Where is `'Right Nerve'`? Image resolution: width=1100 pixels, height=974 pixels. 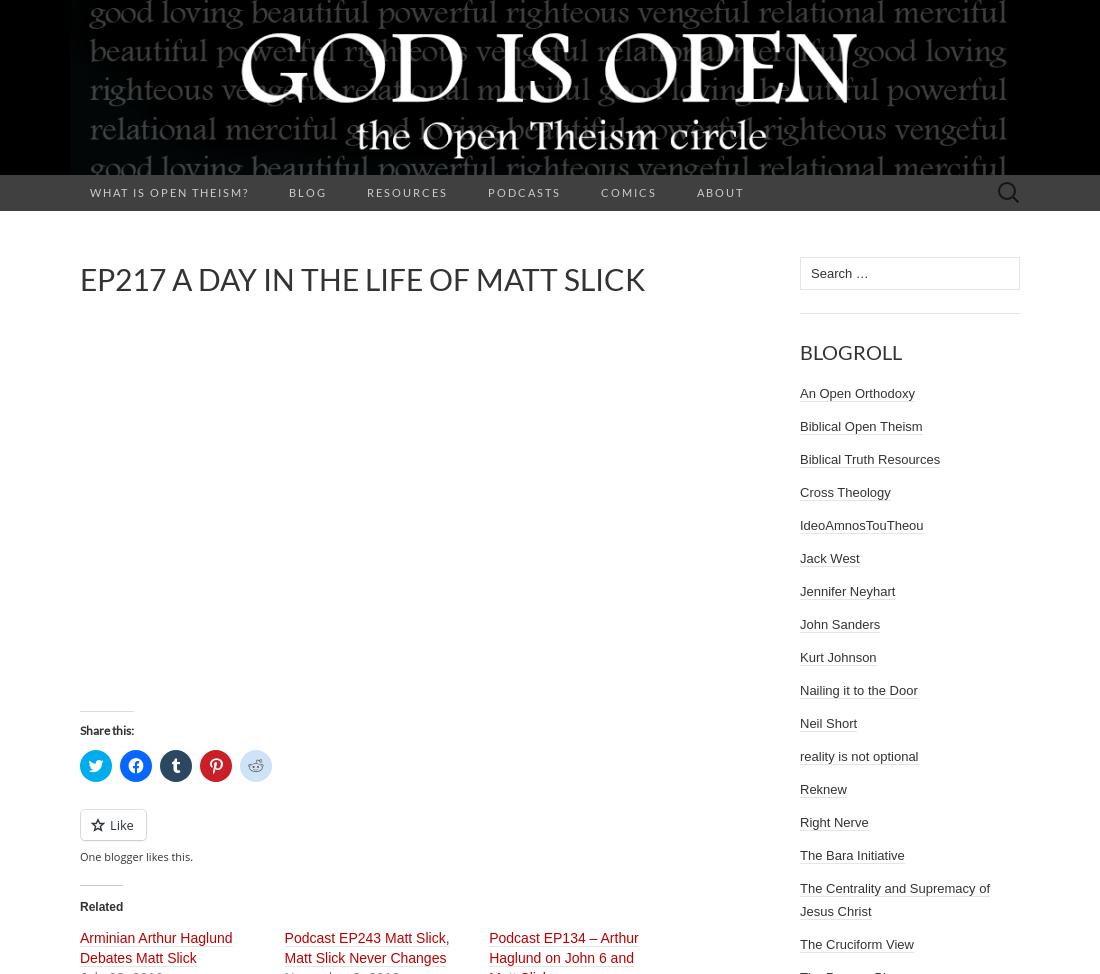
'Right Nerve' is located at coordinates (833, 822).